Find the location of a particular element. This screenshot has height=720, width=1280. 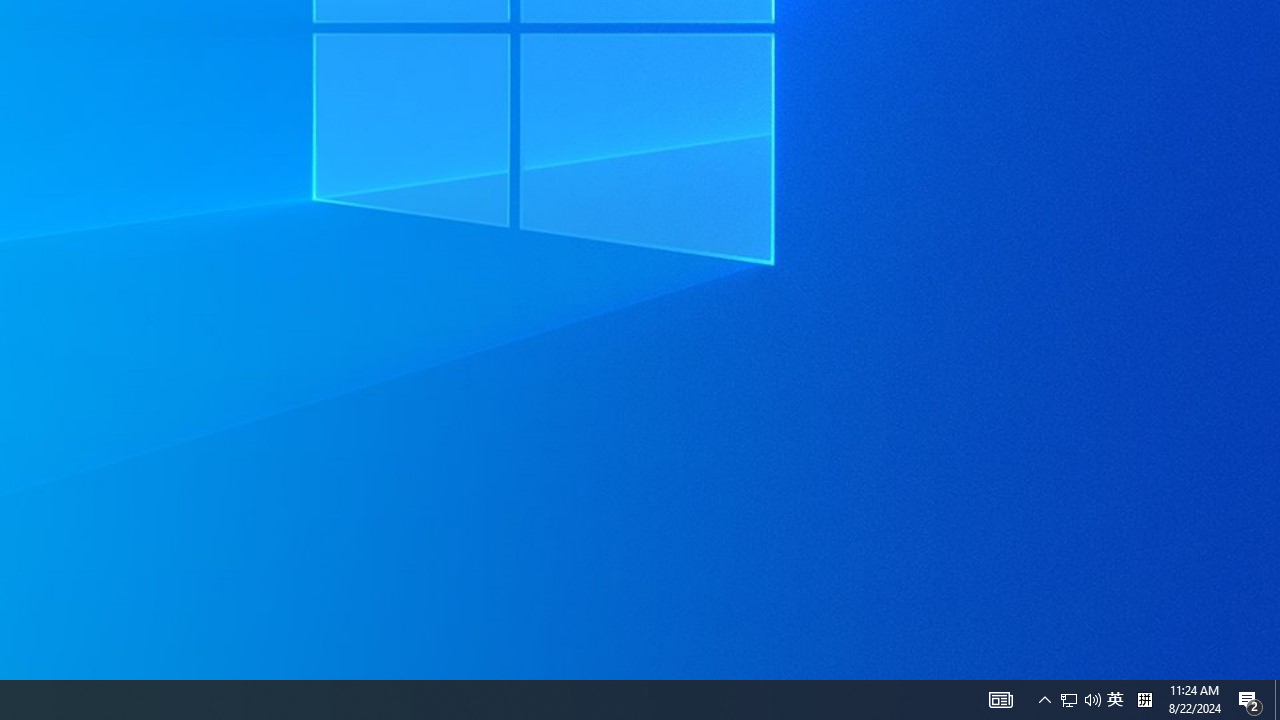

'User Promoted Notification Area' is located at coordinates (1092, 698).